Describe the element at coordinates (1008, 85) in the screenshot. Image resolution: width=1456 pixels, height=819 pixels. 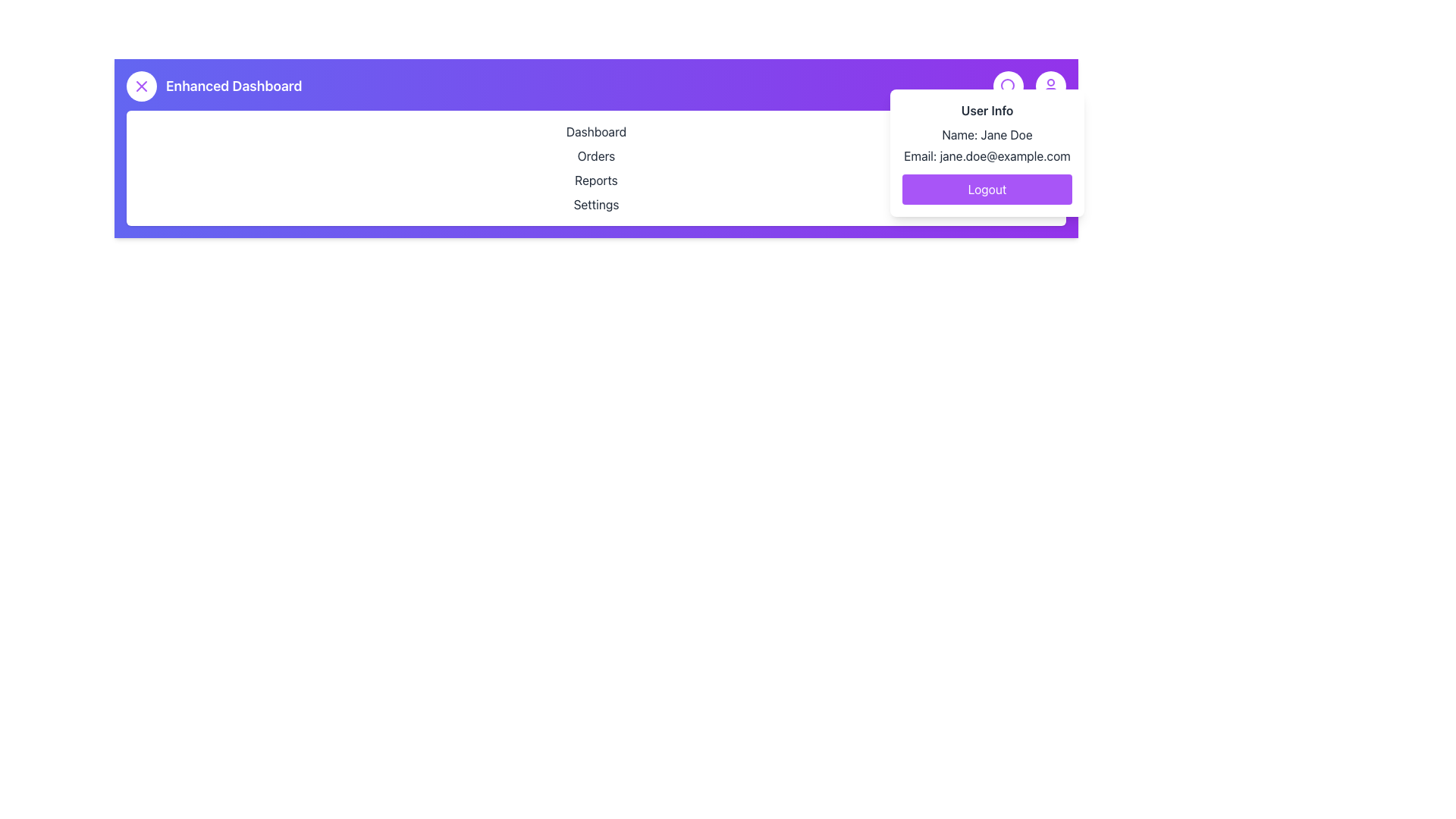
I see `the circular SVG graphical element that resembles a node or marker, located within a magnifying glass icon in the top-right corner of the interface` at that location.